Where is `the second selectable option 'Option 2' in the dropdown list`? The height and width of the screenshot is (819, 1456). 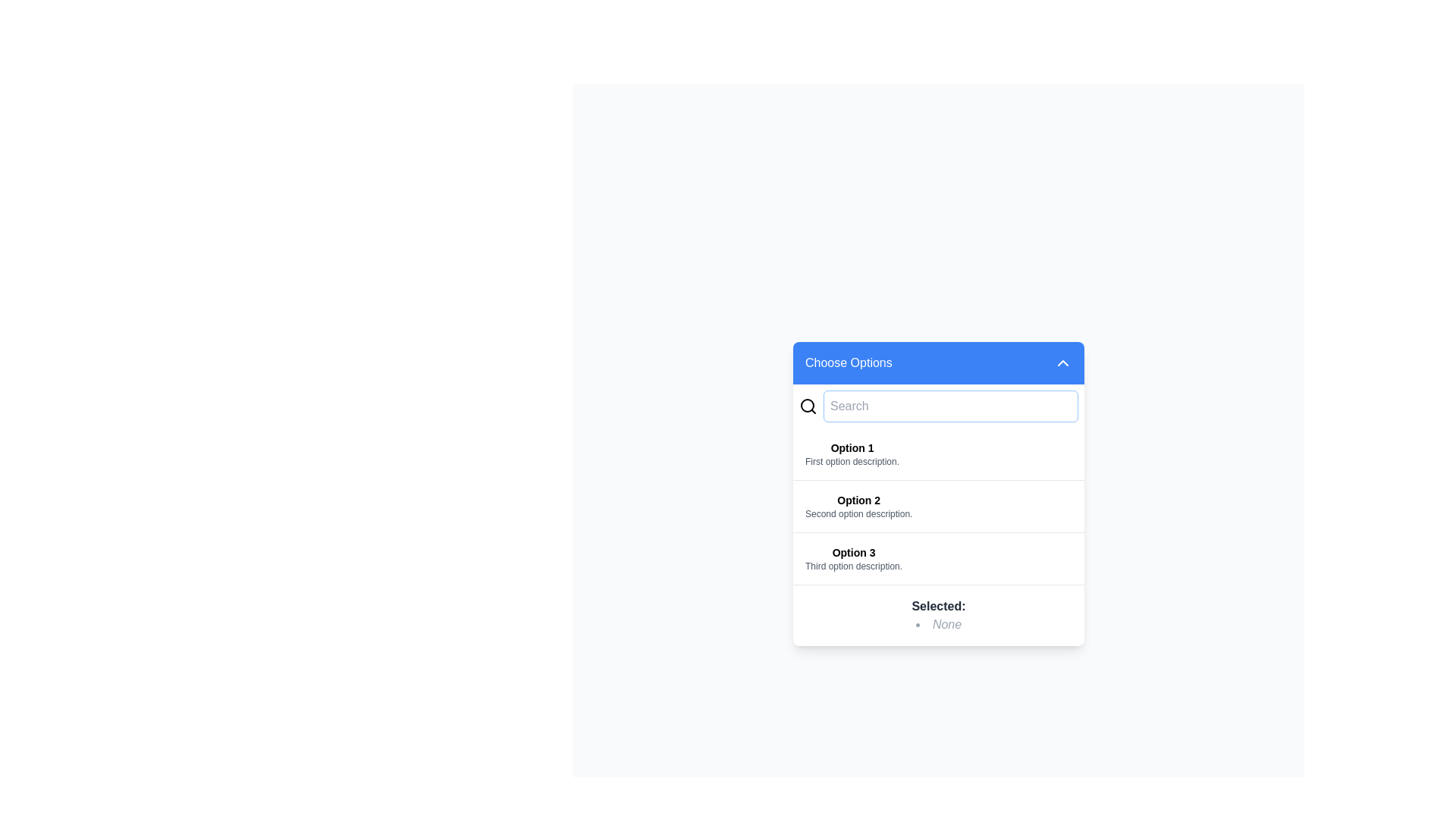 the second selectable option 'Option 2' in the dropdown list is located at coordinates (938, 506).